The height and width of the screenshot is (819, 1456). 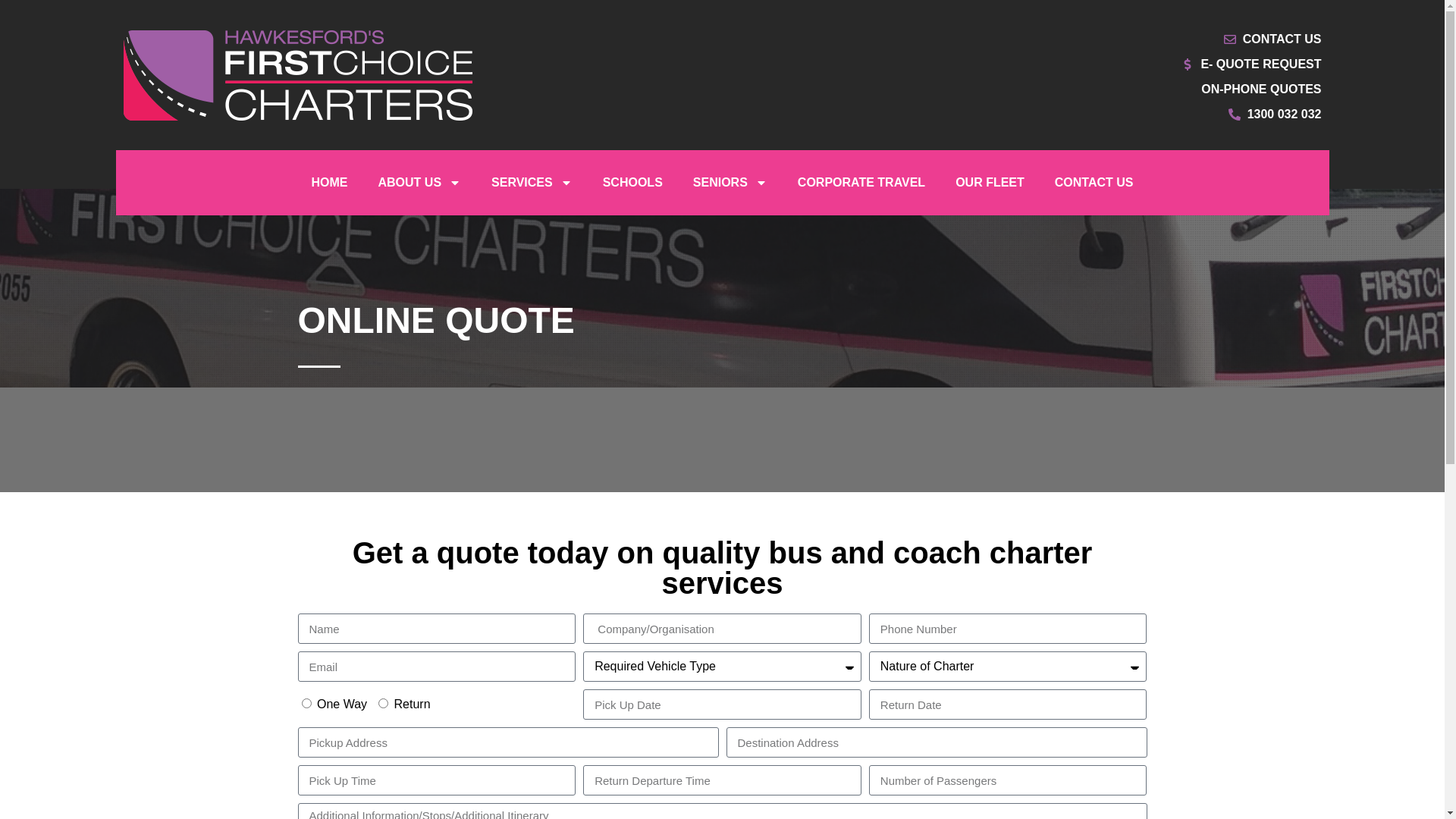 I want to click on 'SERVICES', so click(x=532, y=181).